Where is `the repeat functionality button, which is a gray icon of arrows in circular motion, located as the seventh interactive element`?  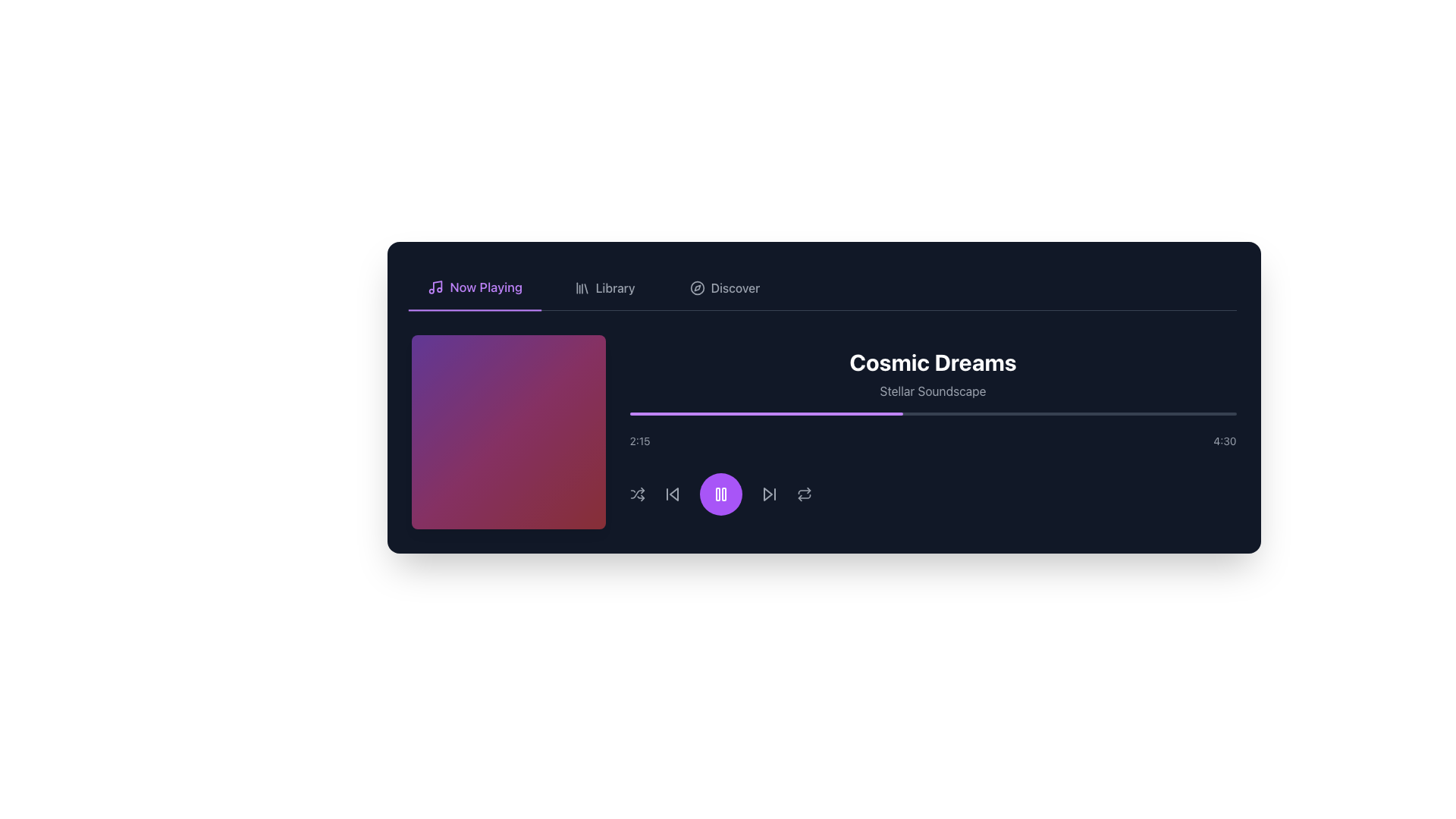 the repeat functionality button, which is a gray icon of arrows in circular motion, located as the seventh interactive element is located at coordinates (803, 494).